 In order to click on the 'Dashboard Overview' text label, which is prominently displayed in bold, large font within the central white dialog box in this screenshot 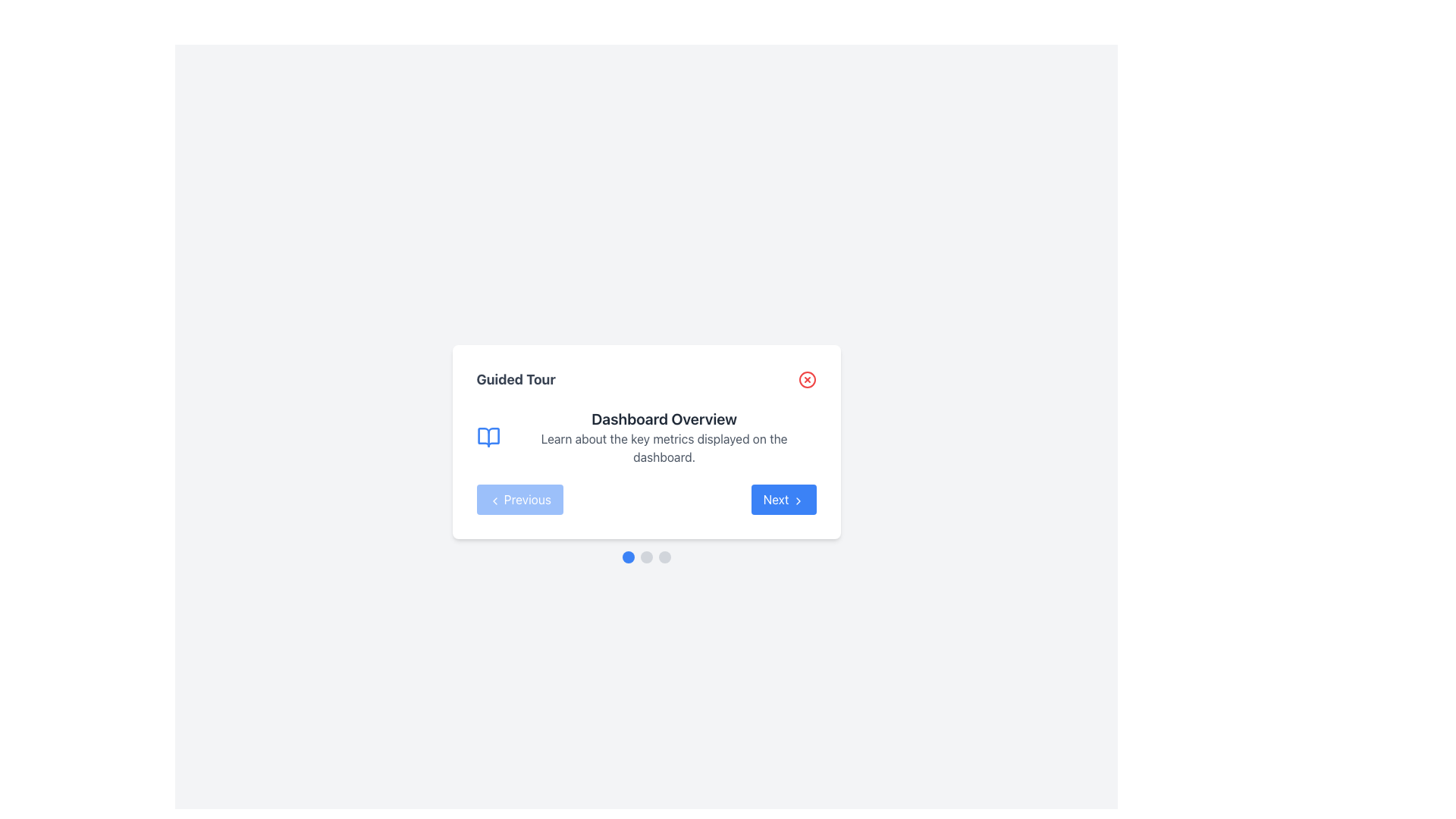, I will do `click(664, 419)`.